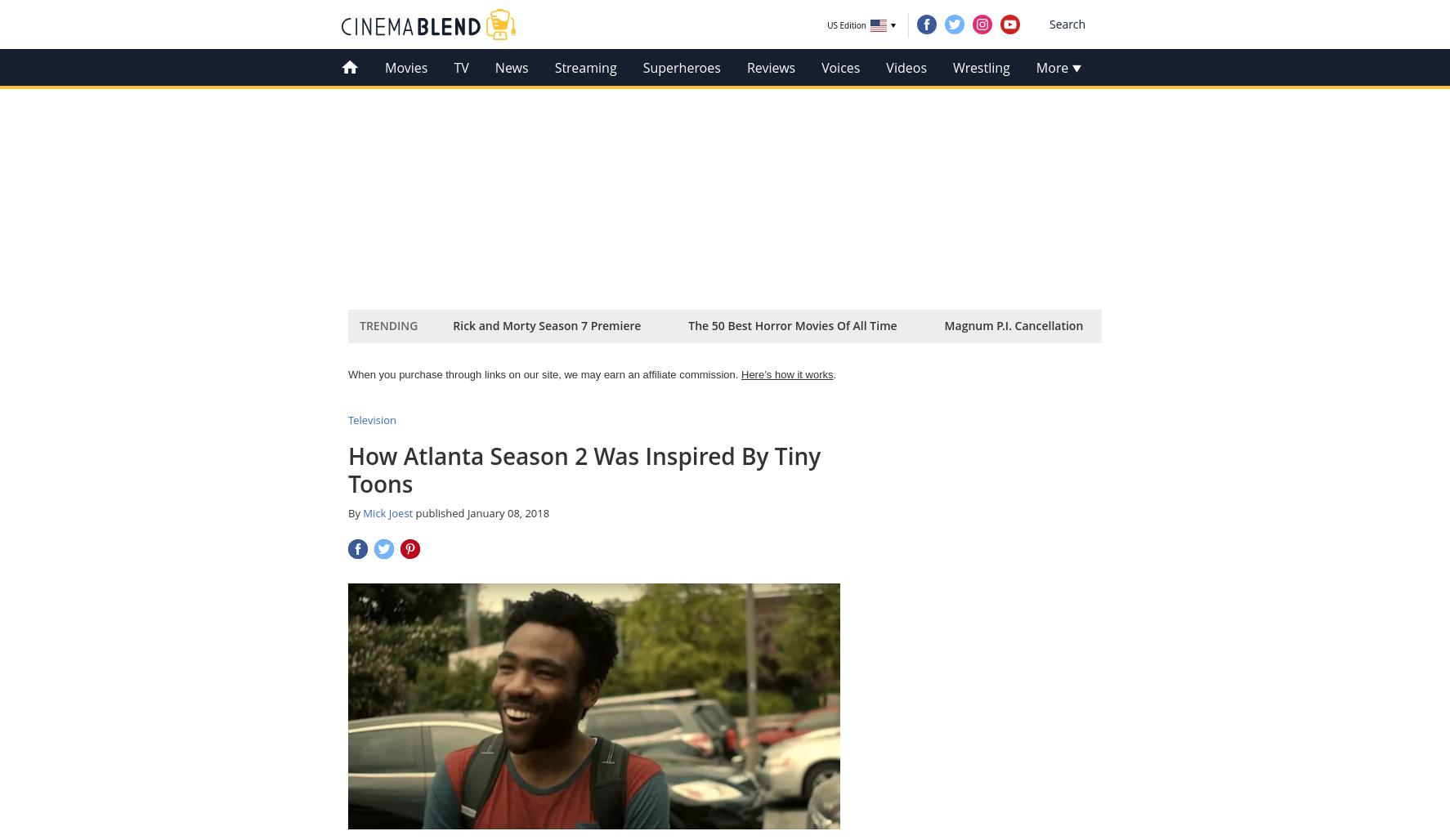 The height and width of the screenshot is (840, 1450). I want to click on 'Wrestling', so click(953, 66).